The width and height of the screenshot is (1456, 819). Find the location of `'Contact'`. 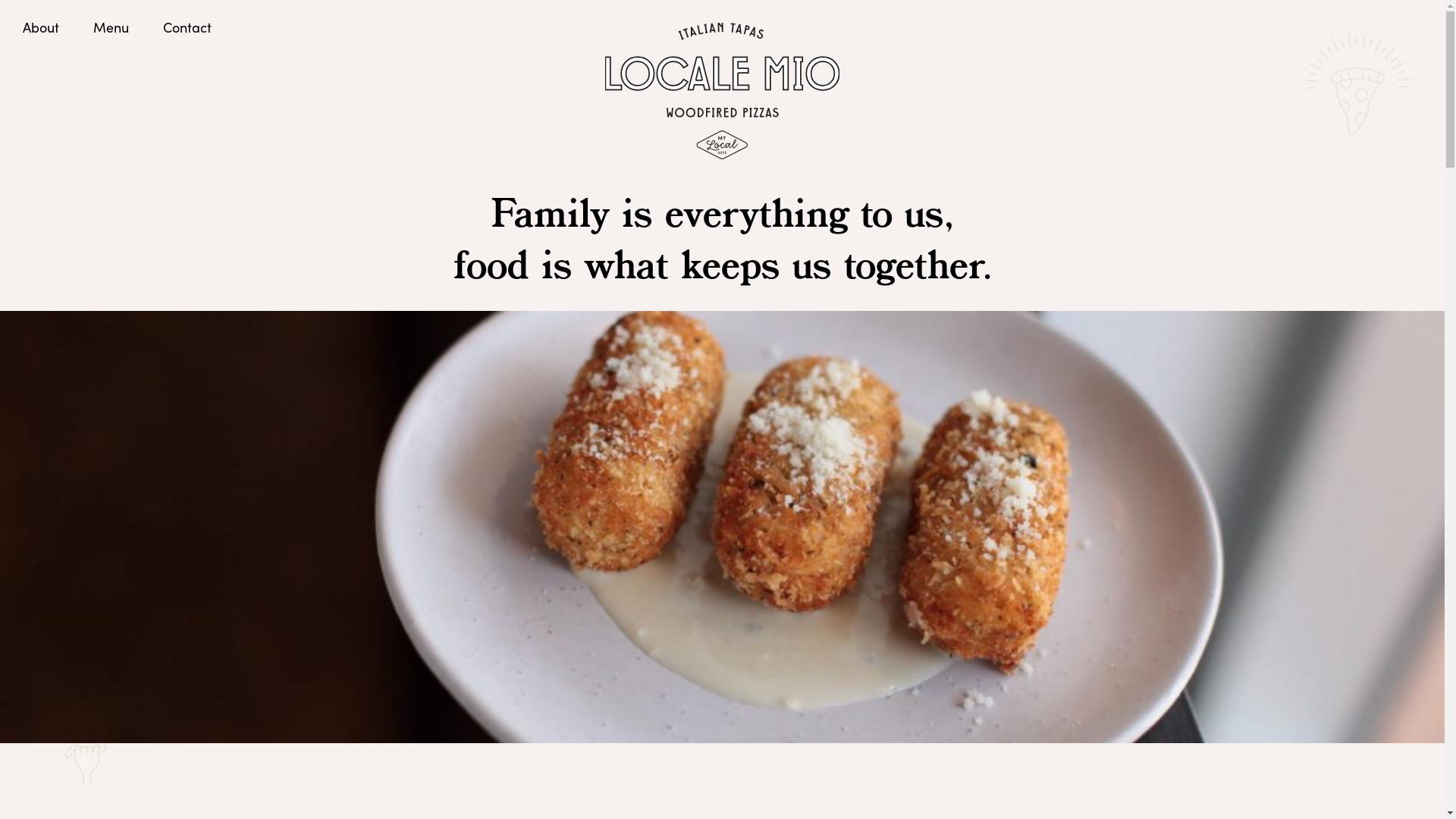

'Contact' is located at coordinates (186, 27).